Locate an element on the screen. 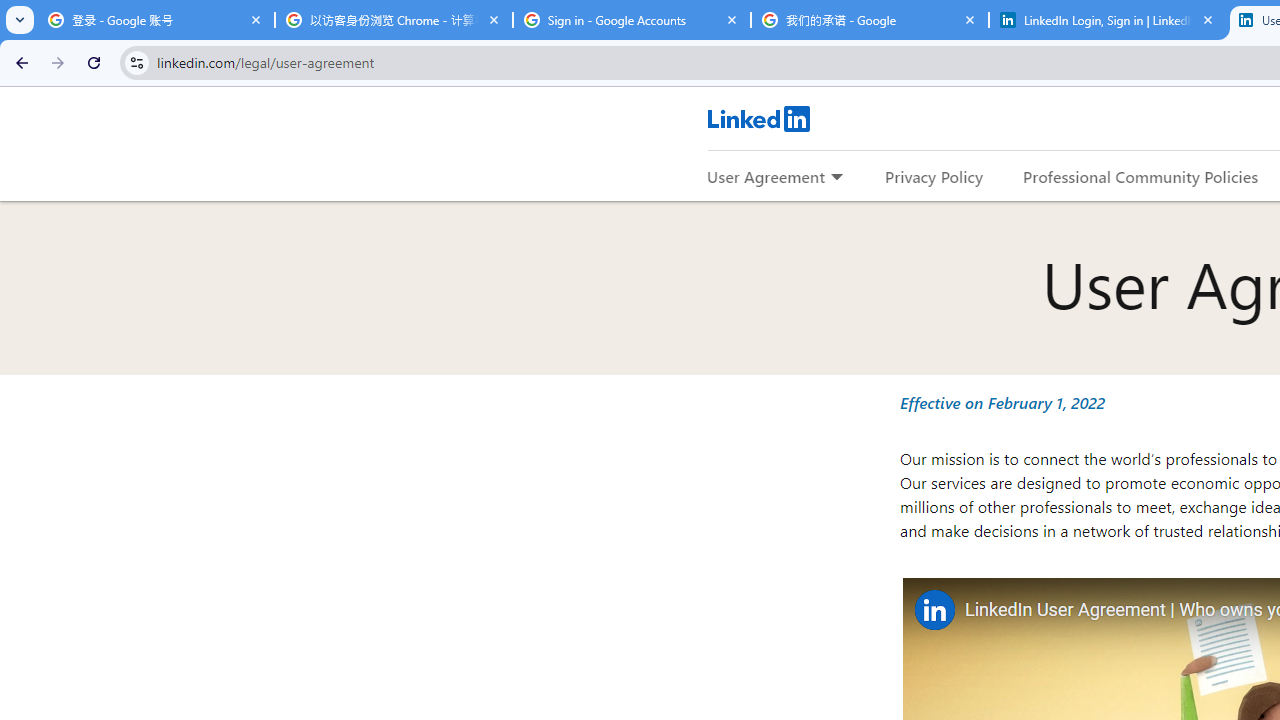  'Effective on February 1, 2022' is located at coordinates (1002, 402).